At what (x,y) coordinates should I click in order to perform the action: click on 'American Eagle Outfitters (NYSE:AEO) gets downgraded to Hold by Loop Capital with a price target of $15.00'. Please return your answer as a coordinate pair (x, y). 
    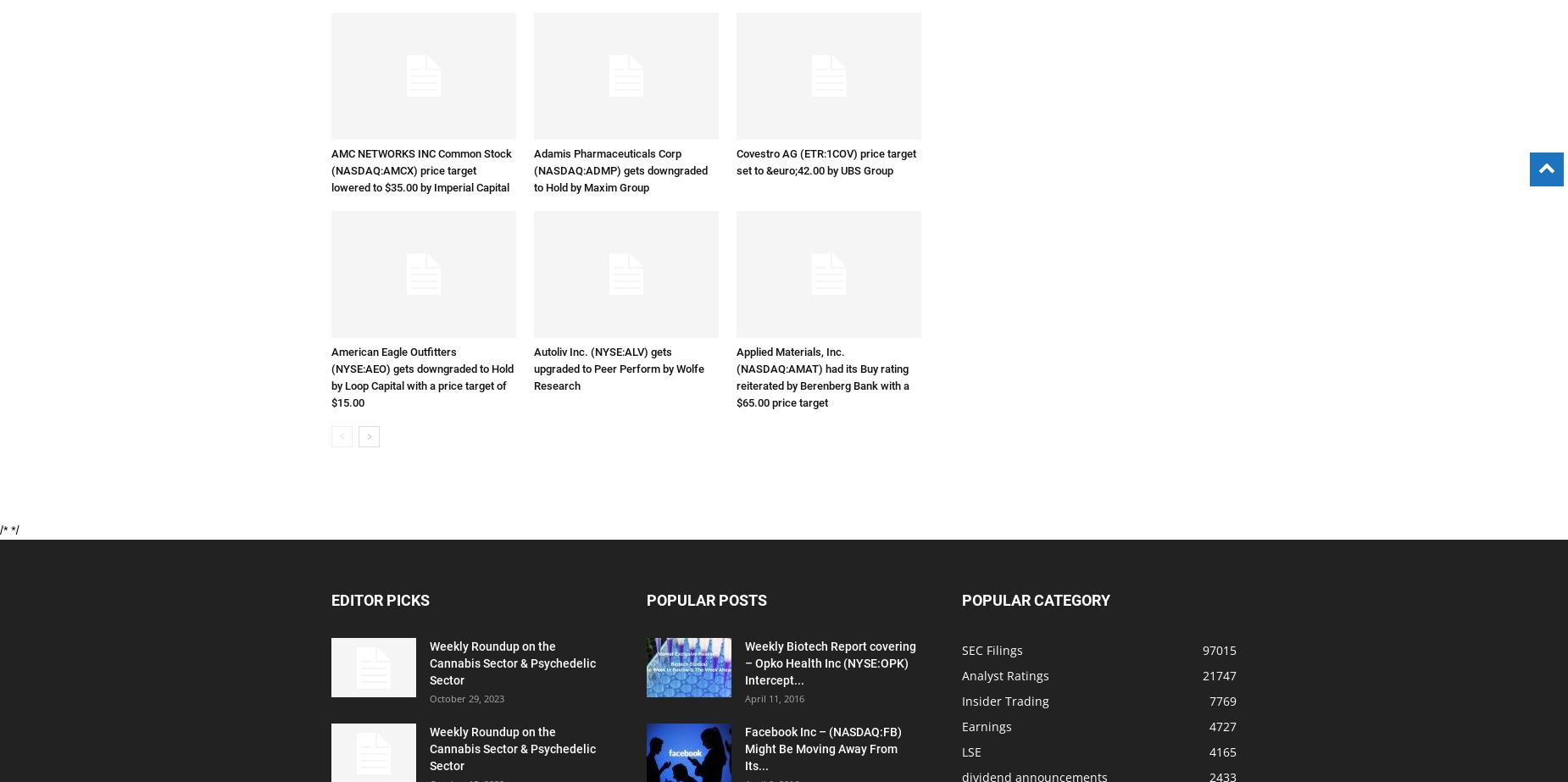
    Looking at the image, I should click on (422, 377).